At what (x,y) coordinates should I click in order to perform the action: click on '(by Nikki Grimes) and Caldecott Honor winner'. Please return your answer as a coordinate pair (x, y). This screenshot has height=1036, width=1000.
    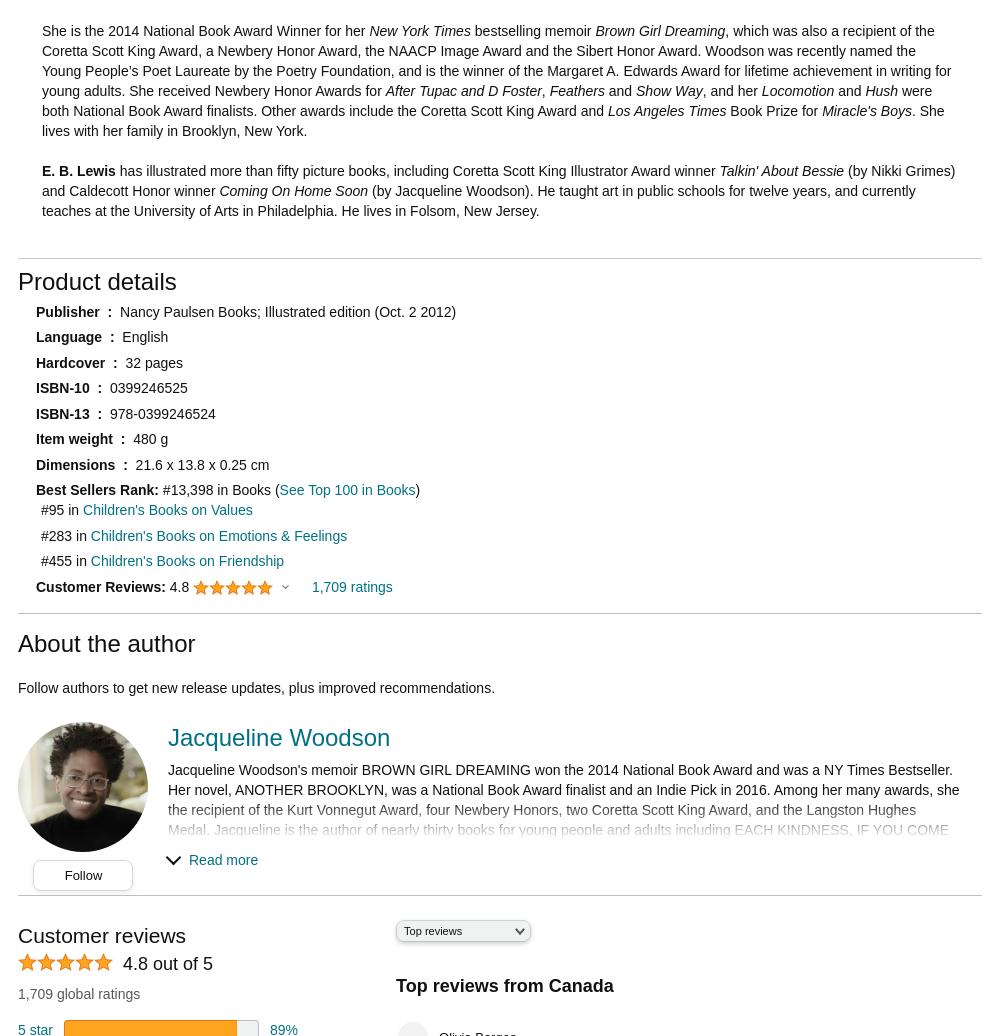
    Looking at the image, I should click on (497, 179).